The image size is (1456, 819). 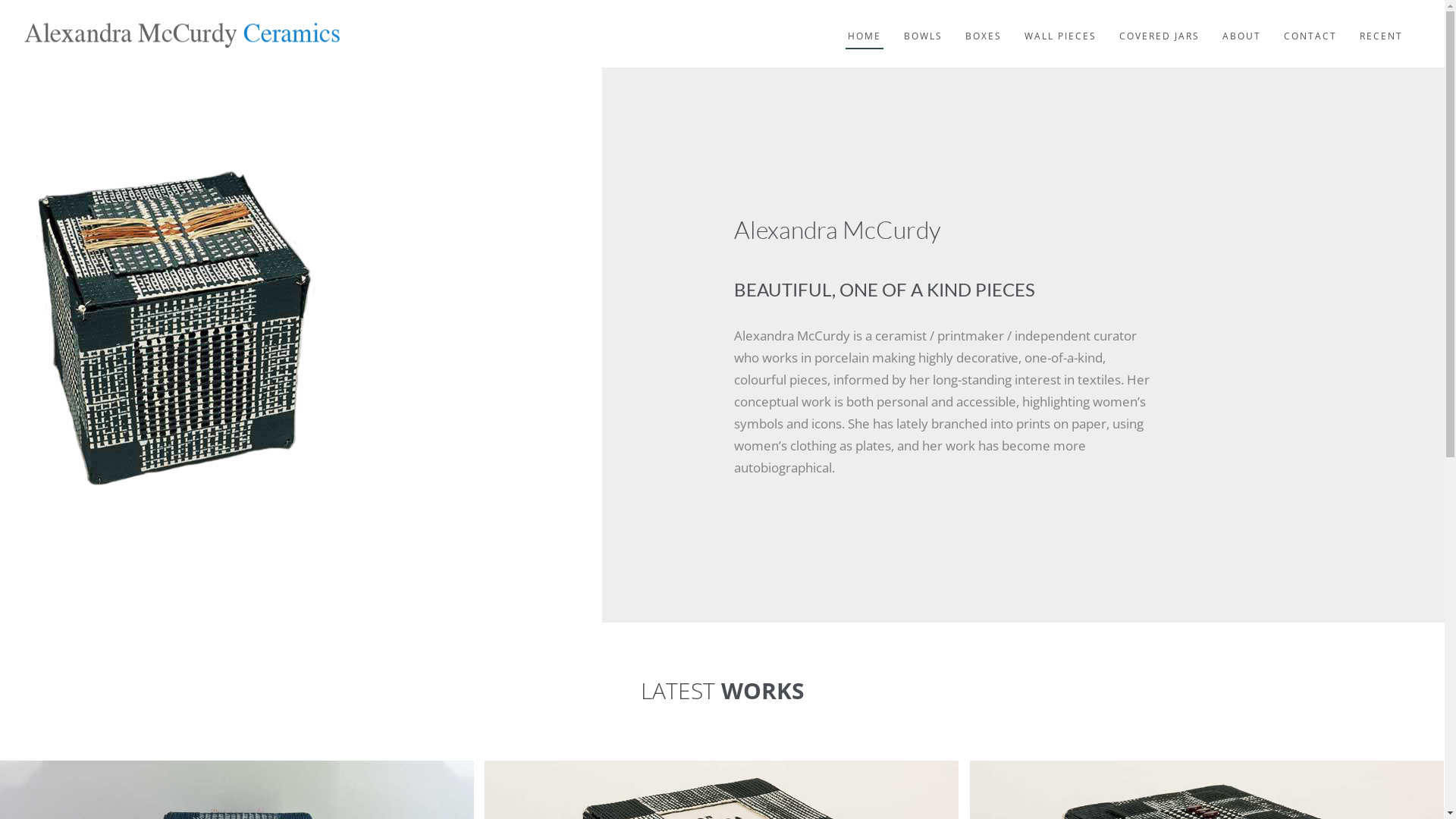 What do you see at coordinates (1159, 24) in the screenshot?
I see `'COVERED JARS'` at bounding box center [1159, 24].